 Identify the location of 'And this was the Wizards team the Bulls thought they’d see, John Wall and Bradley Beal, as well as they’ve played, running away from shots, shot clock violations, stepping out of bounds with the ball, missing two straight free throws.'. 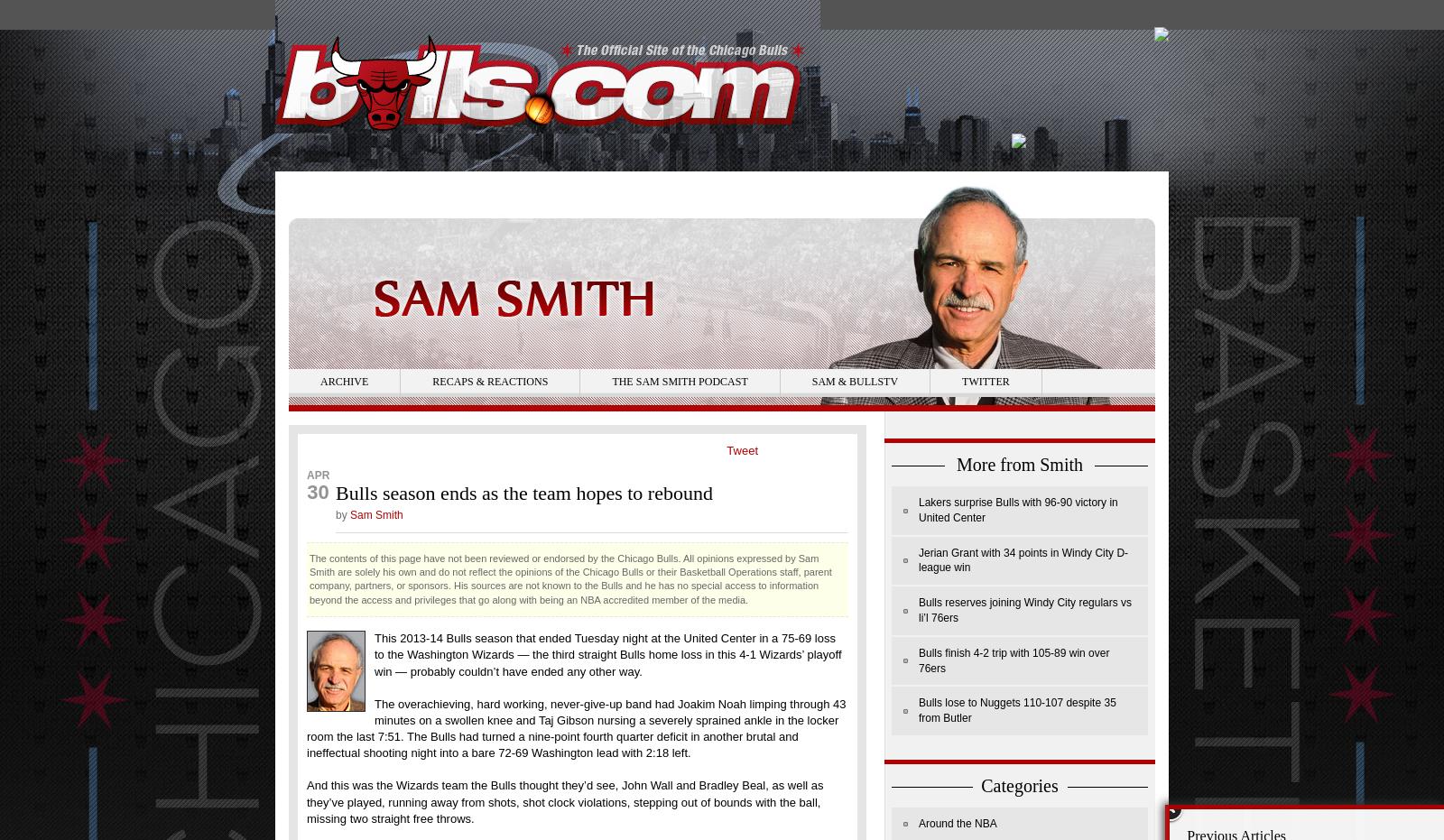
(564, 801).